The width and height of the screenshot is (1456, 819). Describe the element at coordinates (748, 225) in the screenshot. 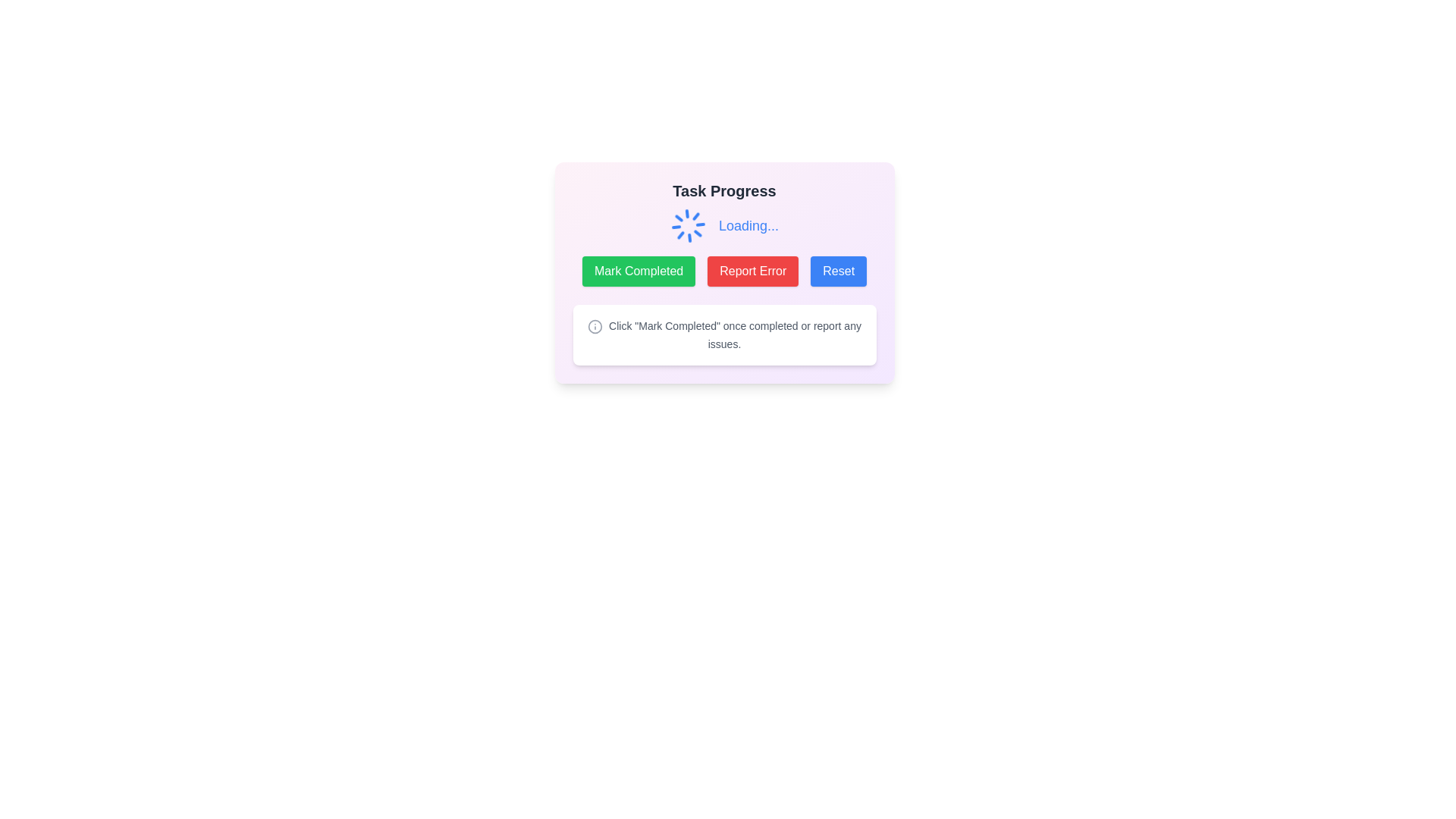

I see `text label displaying 'Loading...' which is positioned centrally within the interface, immediately to the right of a spinning loader animation, to understand the current status` at that location.